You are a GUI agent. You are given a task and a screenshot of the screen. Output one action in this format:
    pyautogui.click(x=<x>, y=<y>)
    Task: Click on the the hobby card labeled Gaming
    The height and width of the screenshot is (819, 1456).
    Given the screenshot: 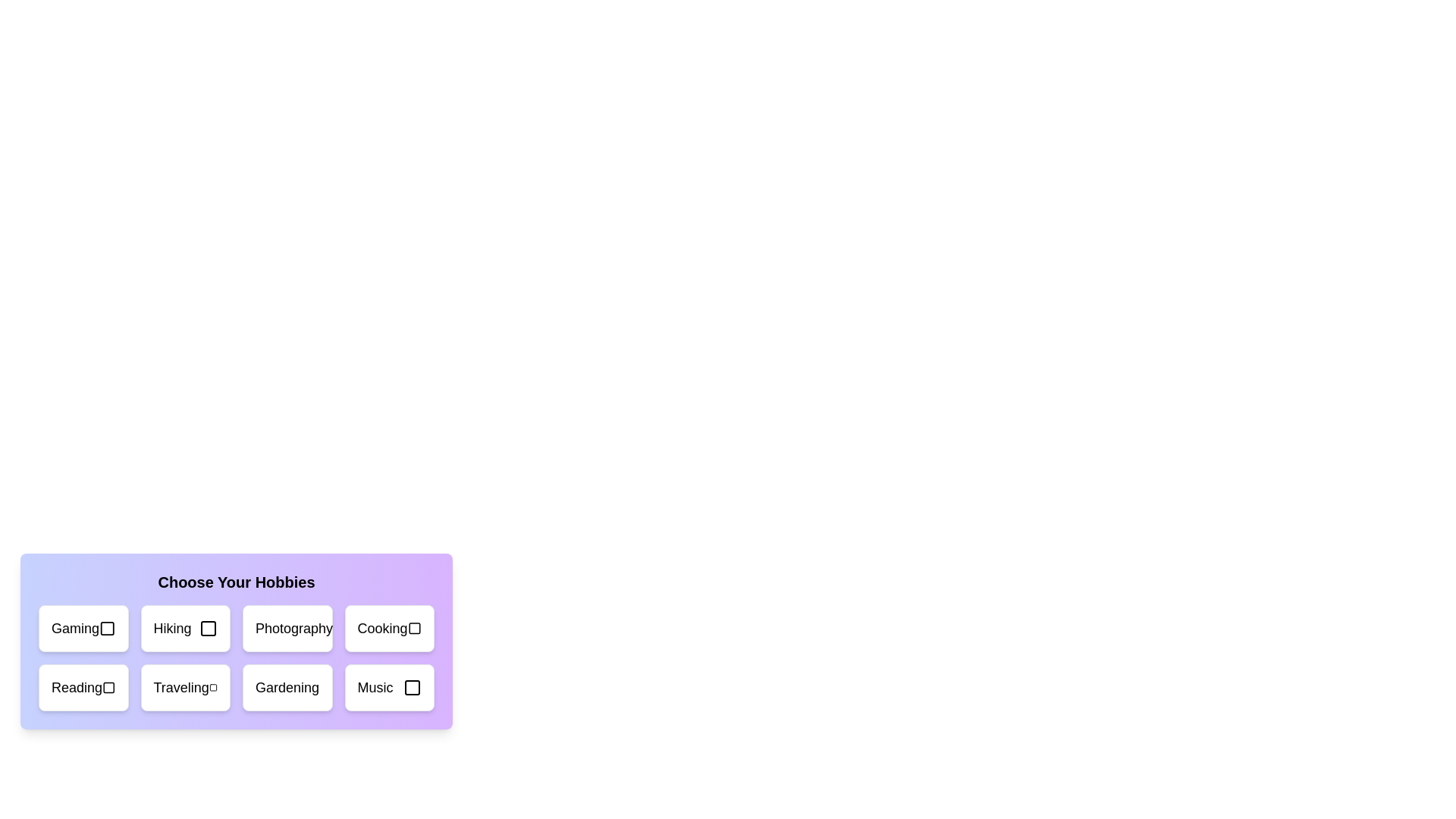 What is the action you would take?
    pyautogui.click(x=83, y=629)
    